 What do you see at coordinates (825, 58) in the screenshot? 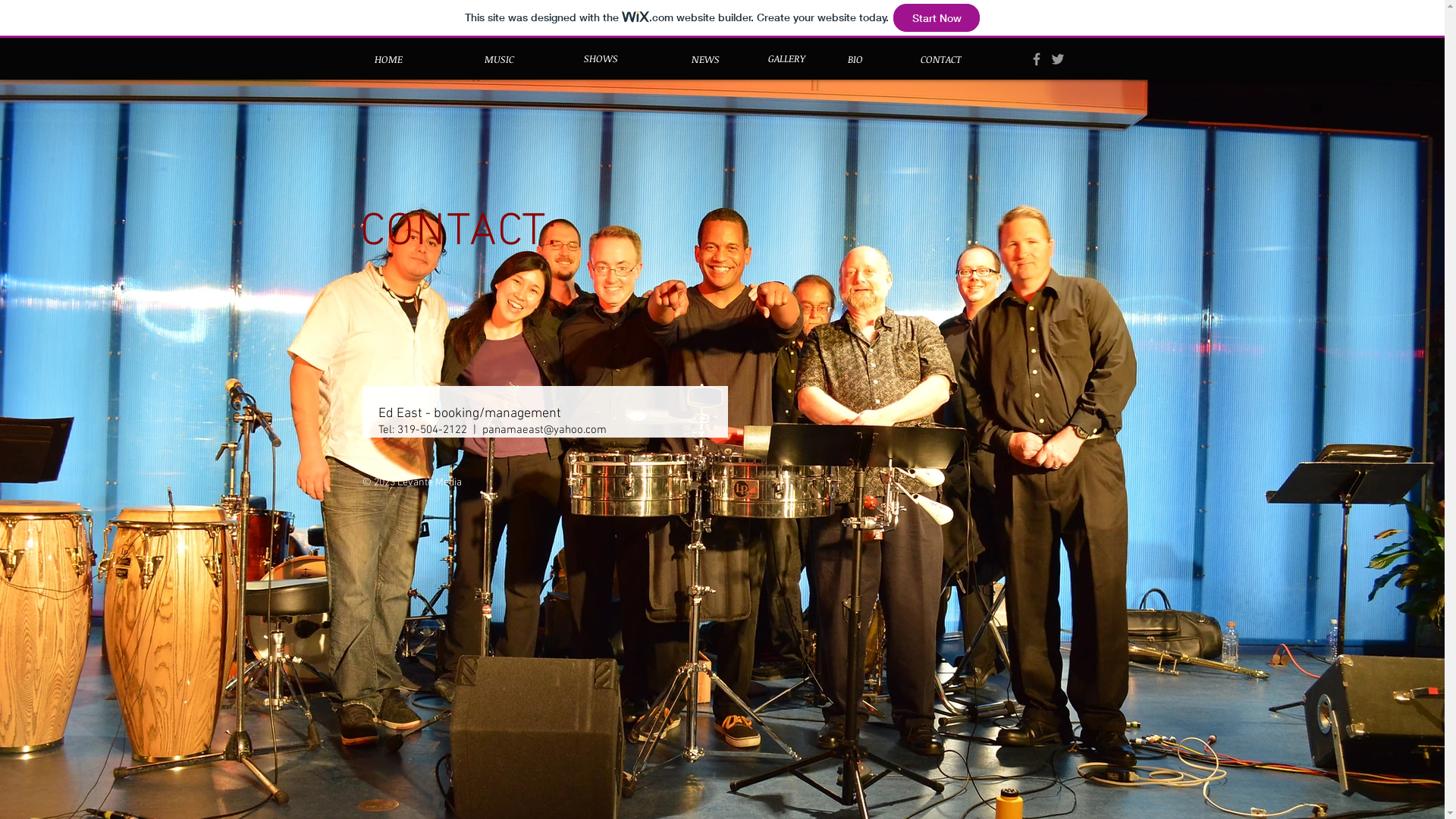
I see `'BIO'` at bounding box center [825, 58].